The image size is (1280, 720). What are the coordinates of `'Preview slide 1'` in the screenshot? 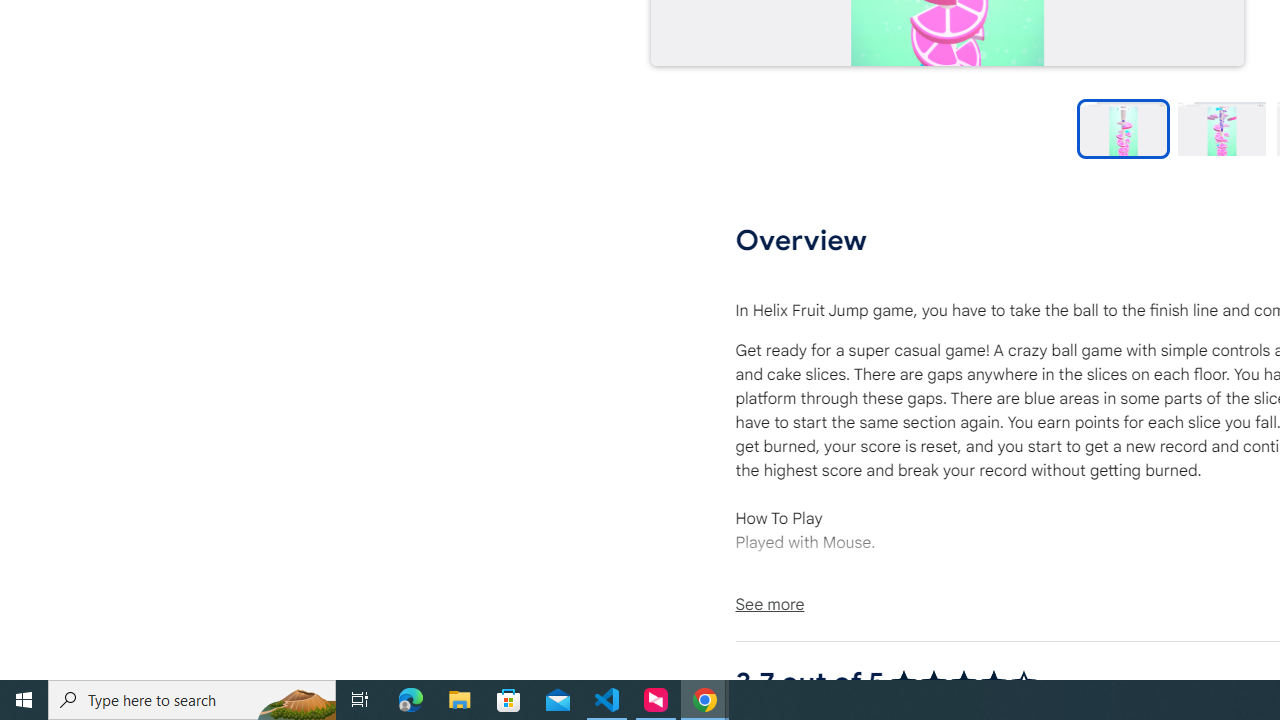 It's located at (1123, 128).